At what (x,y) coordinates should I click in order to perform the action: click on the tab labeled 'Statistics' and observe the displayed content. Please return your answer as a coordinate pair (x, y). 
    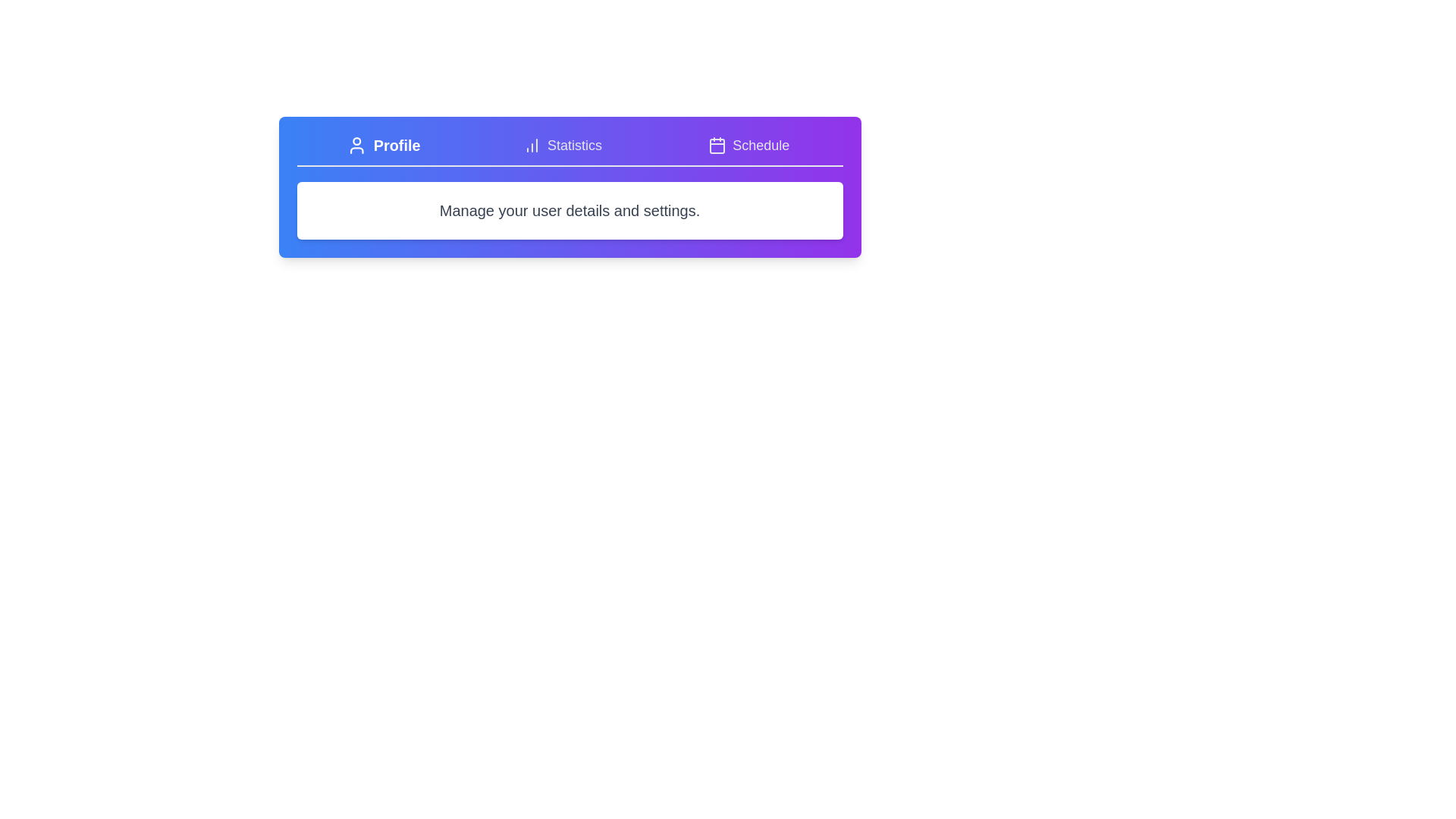
    Looking at the image, I should click on (561, 146).